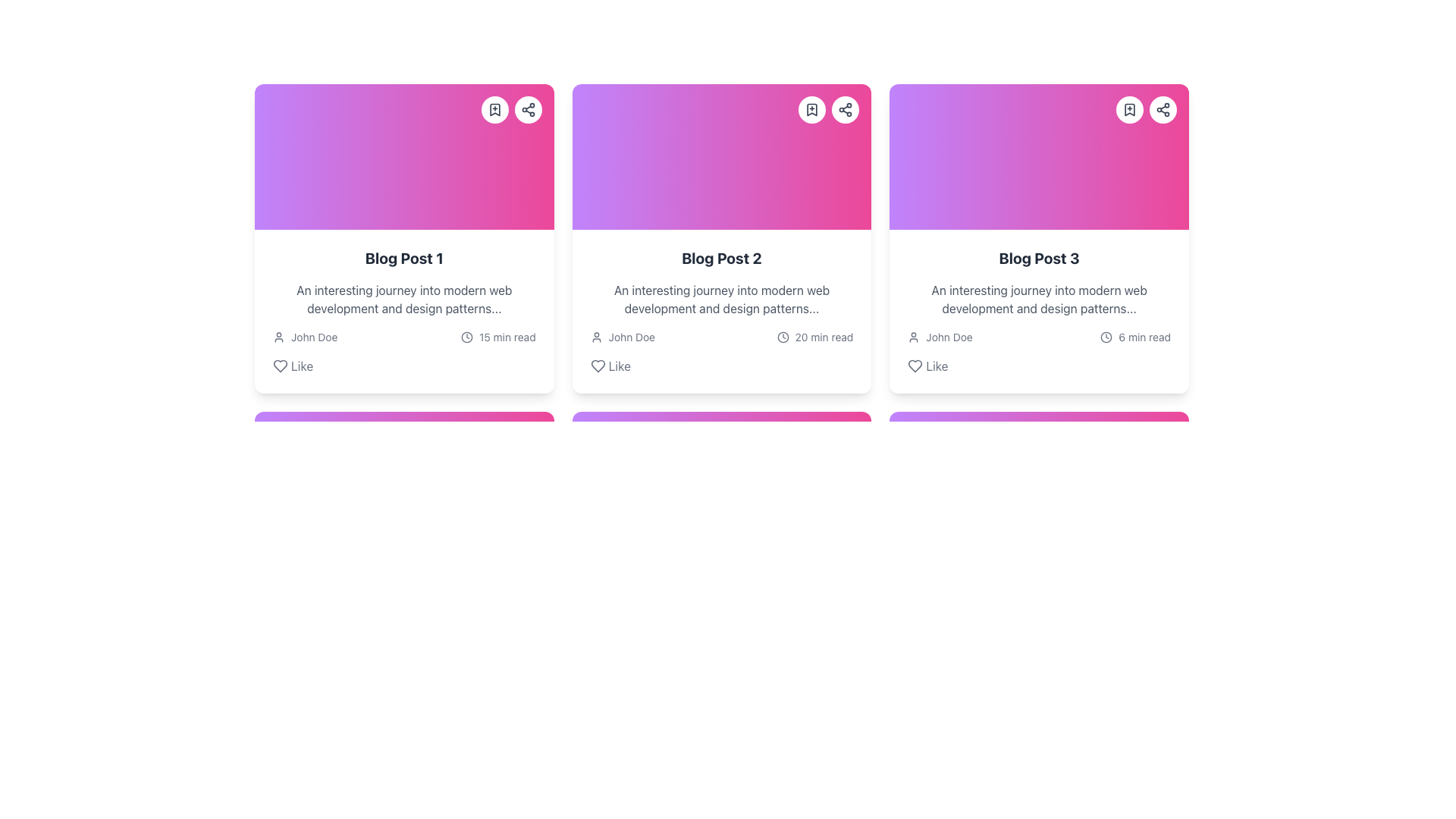 The width and height of the screenshot is (1456, 819). I want to click on the heart-shaped icon with a grey stroke next to the 'Like' label, so click(597, 366).